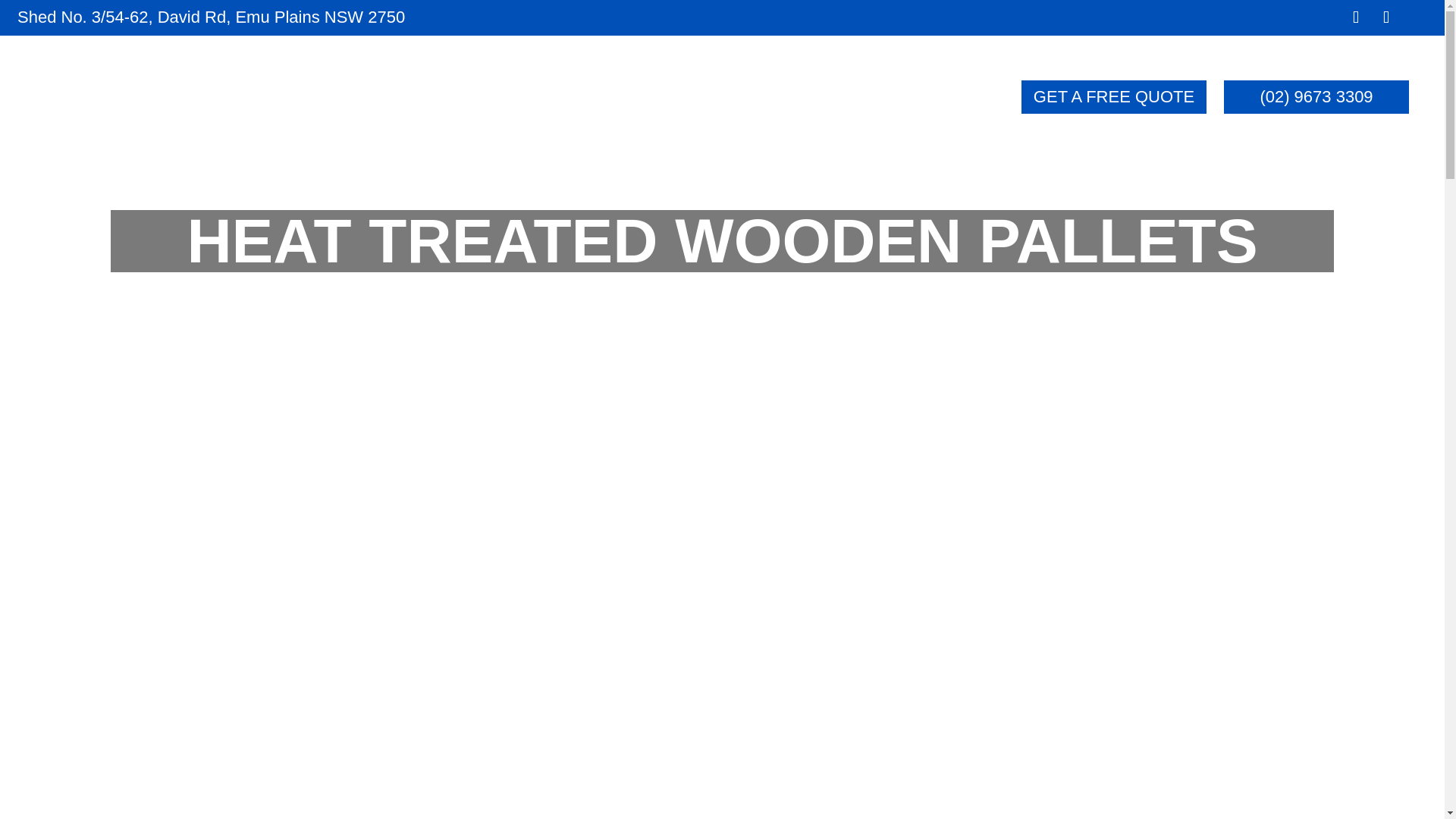 The height and width of the screenshot is (819, 1456). Describe the element at coordinates (1373, 17) in the screenshot. I see `'Seuraa Instagram'` at that location.